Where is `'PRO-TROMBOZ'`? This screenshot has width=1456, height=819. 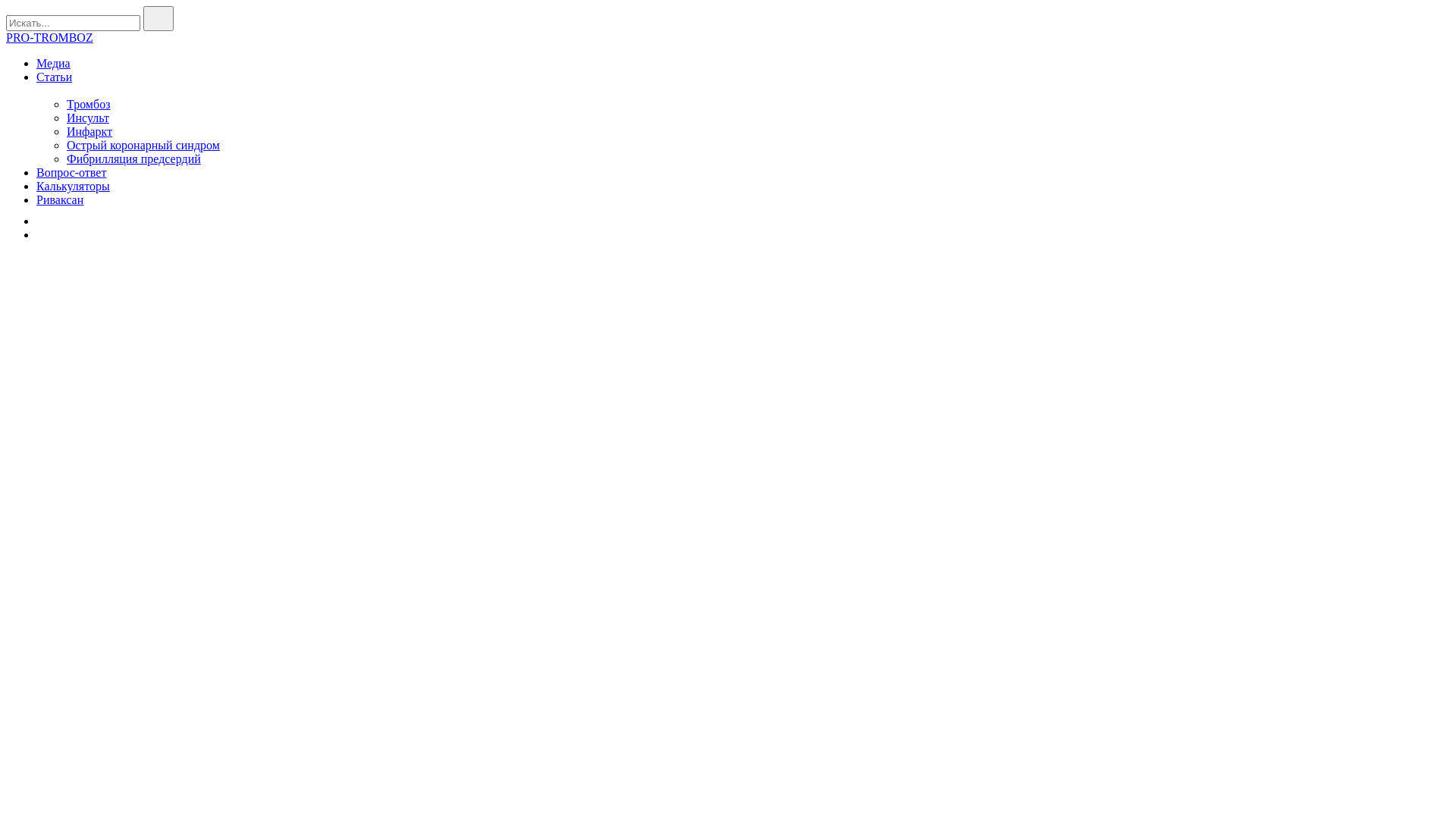 'PRO-TROMBOZ' is located at coordinates (6, 36).